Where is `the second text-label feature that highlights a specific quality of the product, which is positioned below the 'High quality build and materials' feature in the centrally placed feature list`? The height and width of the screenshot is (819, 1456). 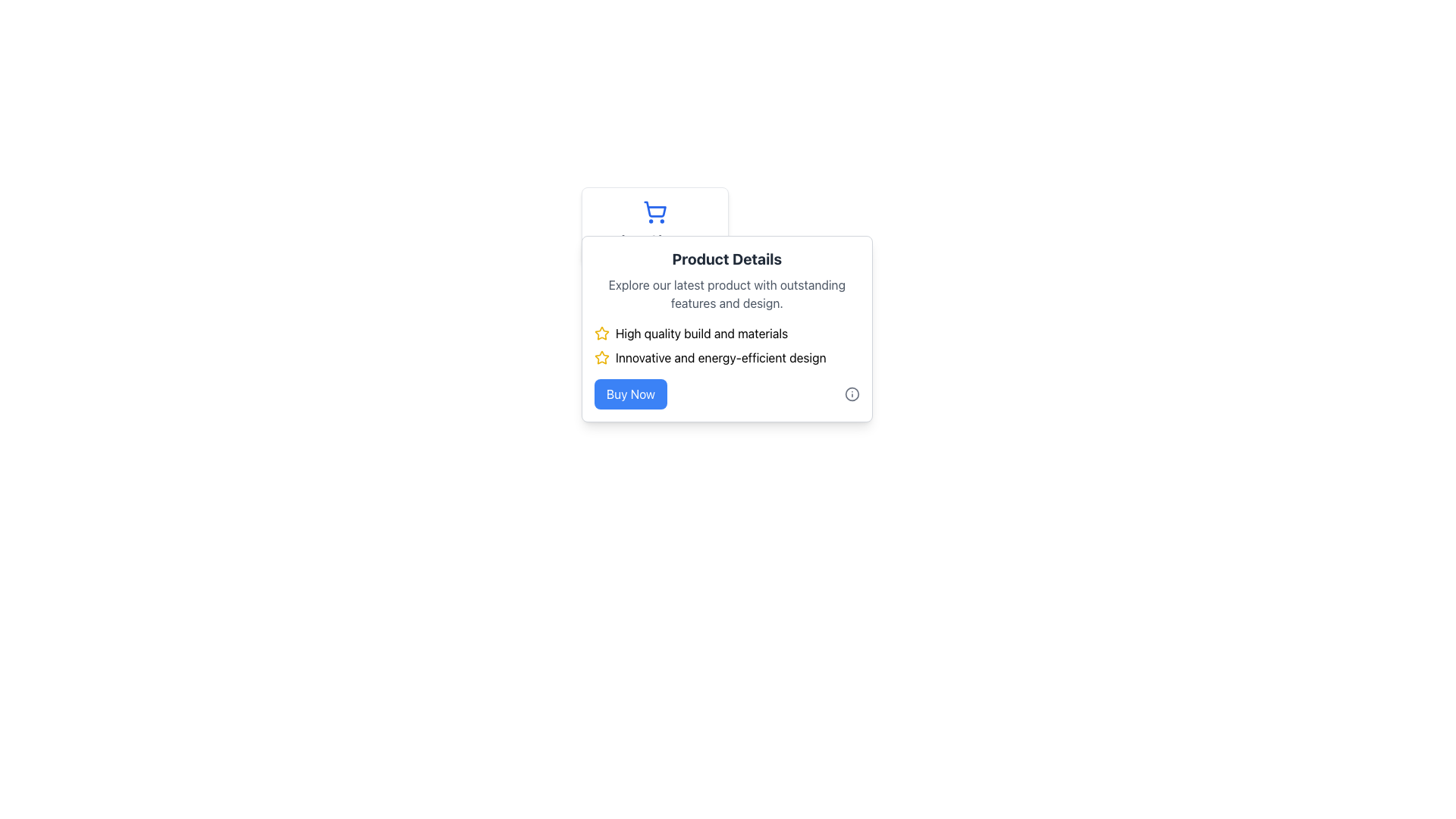
the second text-label feature that highlights a specific quality of the product, which is positioned below the 'High quality build and materials' feature in the centrally placed feature list is located at coordinates (726, 357).